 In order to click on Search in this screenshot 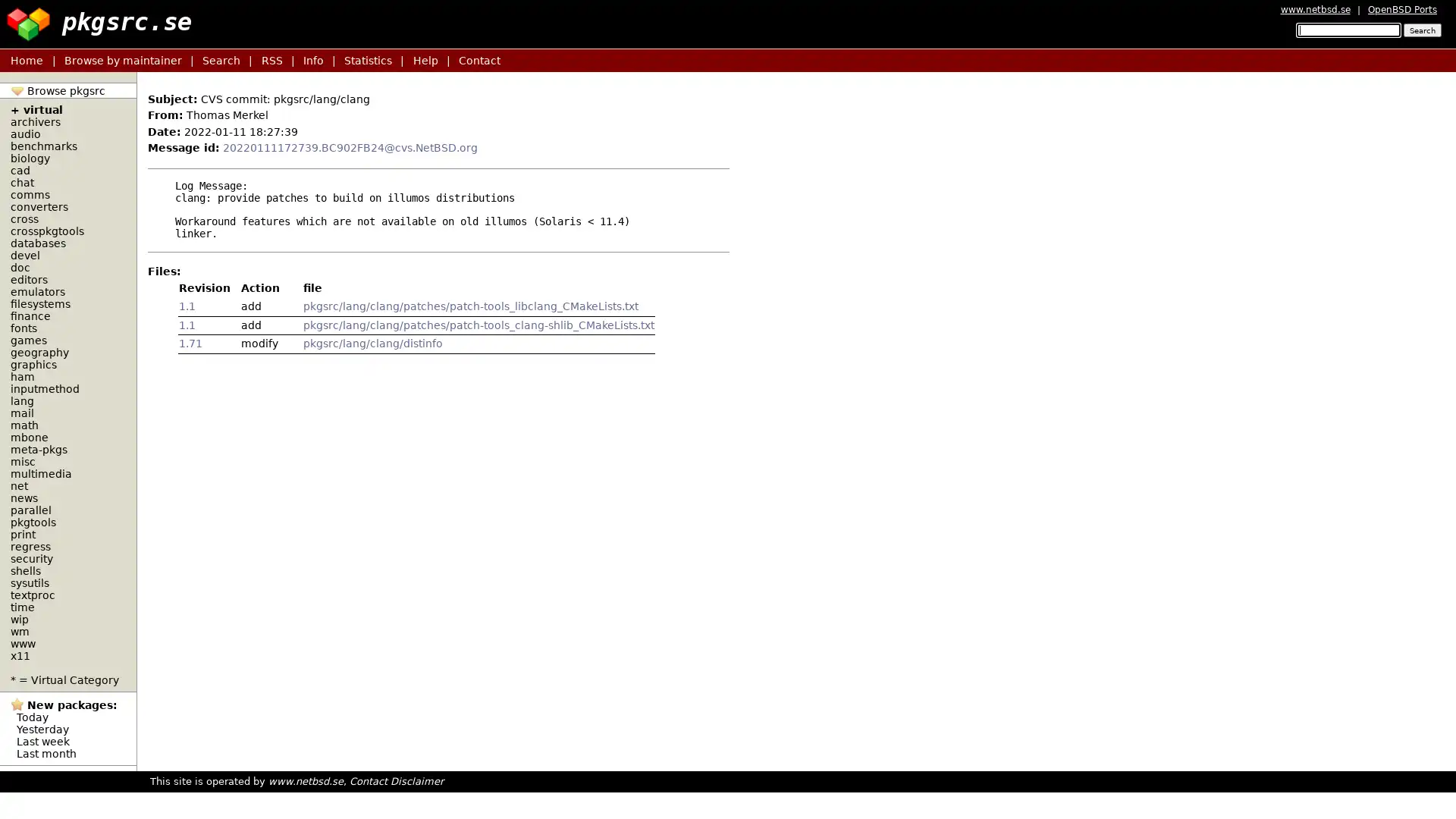, I will do `click(1421, 30)`.